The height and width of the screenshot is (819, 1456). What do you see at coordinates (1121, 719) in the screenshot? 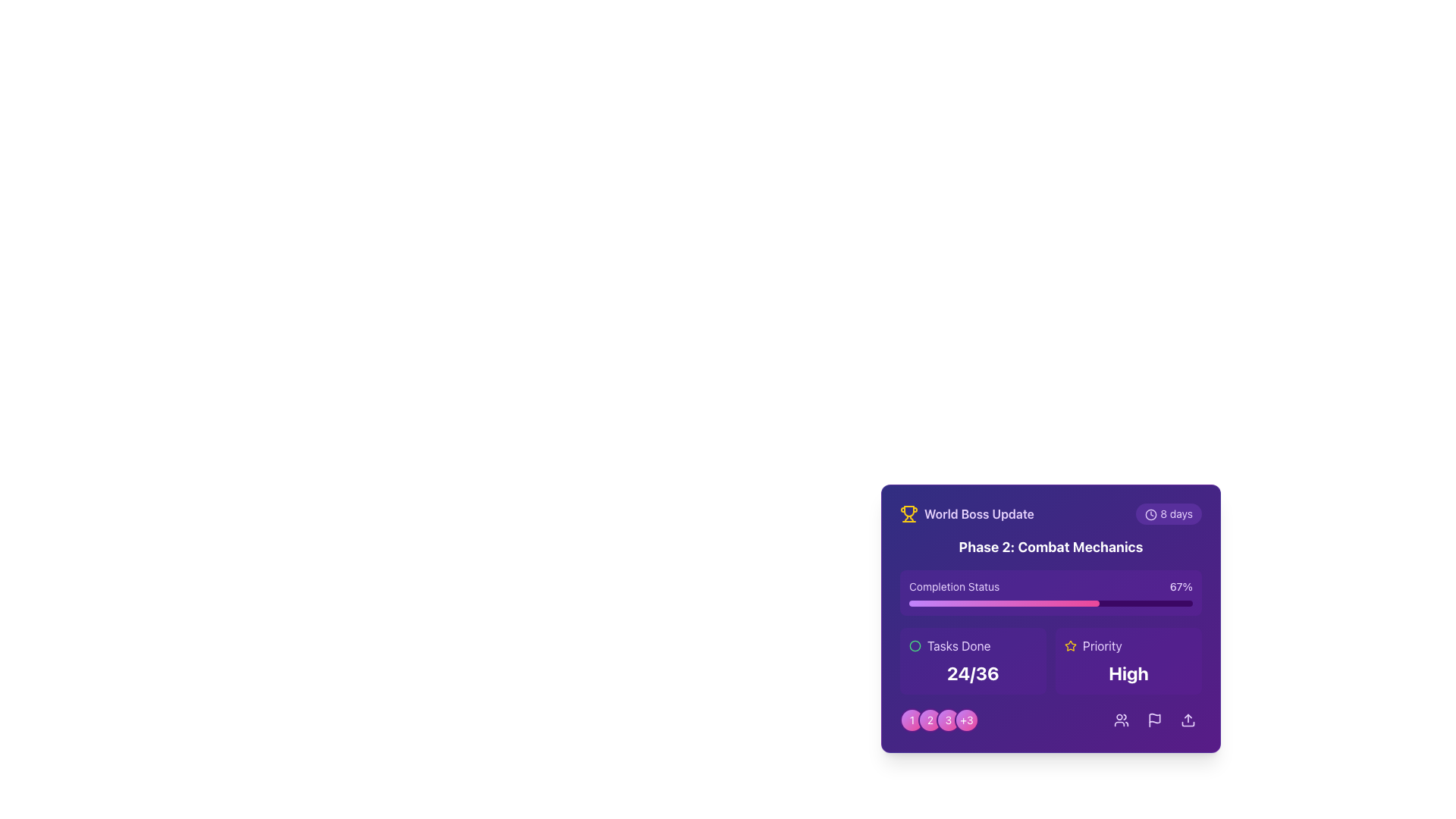
I see `the rounded rectangular button with a purple background featuring a minimalist icon of two outlined figures, located at the bottom-right corner of the card` at bounding box center [1121, 719].